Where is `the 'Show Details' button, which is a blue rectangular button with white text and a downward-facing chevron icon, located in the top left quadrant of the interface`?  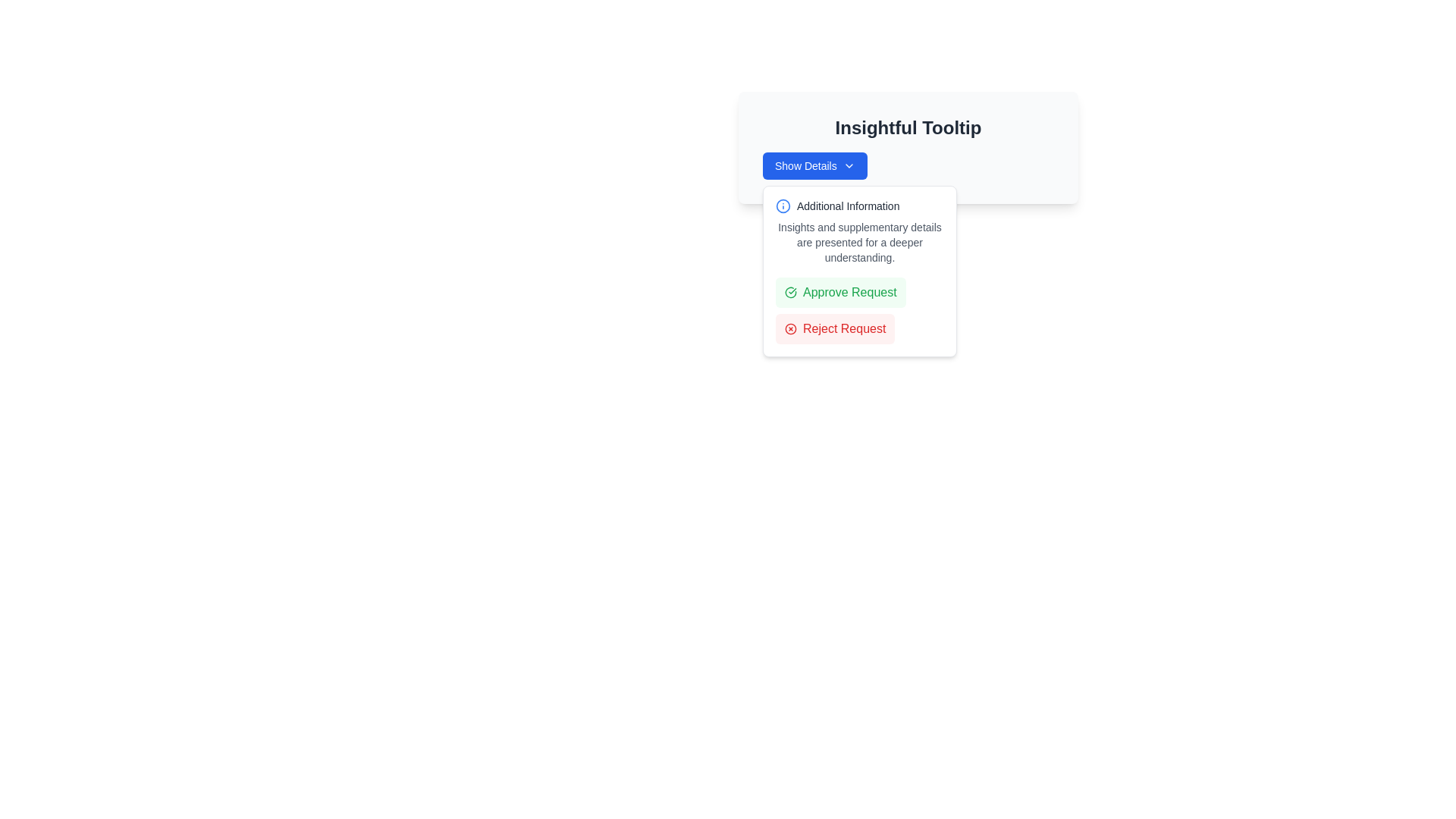
the 'Show Details' button, which is a blue rectangular button with white text and a downward-facing chevron icon, located in the top left quadrant of the interface is located at coordinates (814, 166).